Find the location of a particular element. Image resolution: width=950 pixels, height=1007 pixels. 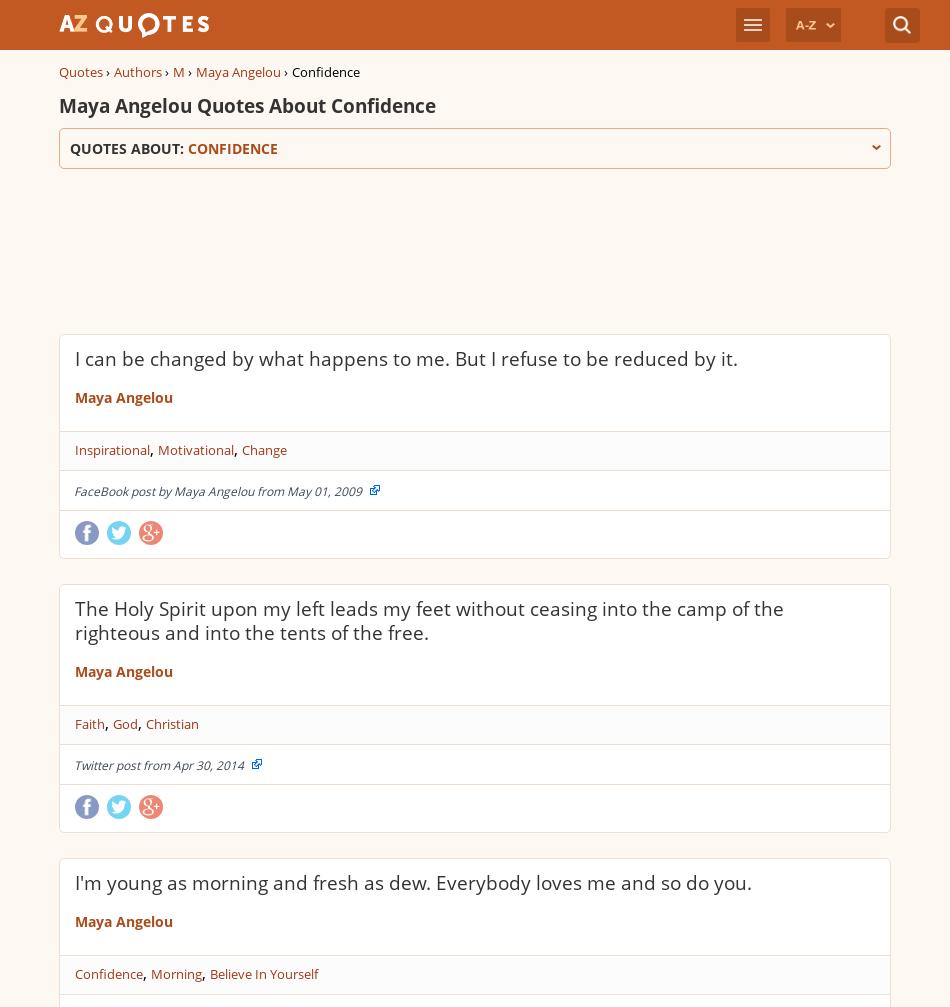

'Change' is located at coordinates (263, 450).